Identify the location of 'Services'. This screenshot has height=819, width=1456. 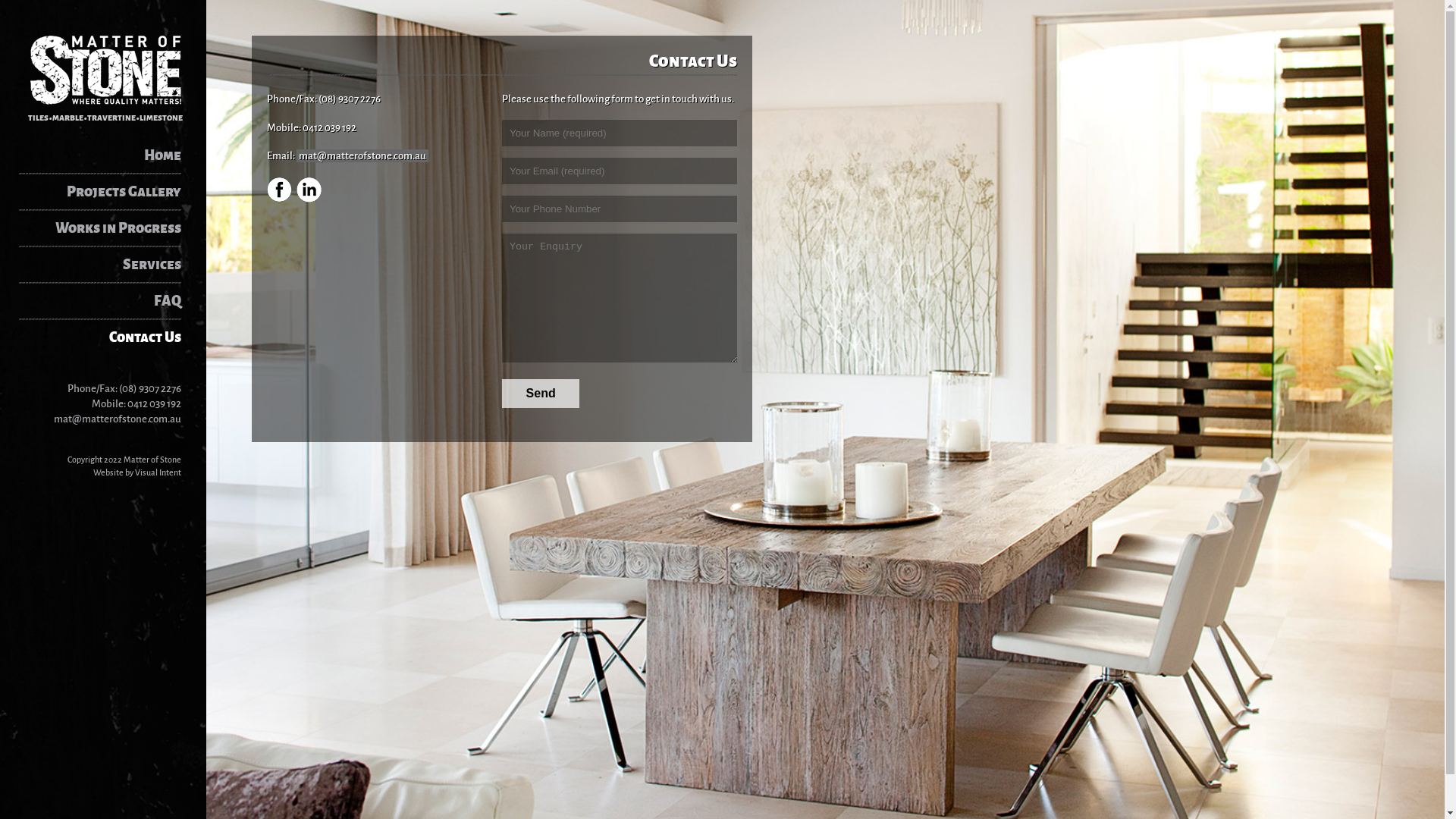
(108, 263).